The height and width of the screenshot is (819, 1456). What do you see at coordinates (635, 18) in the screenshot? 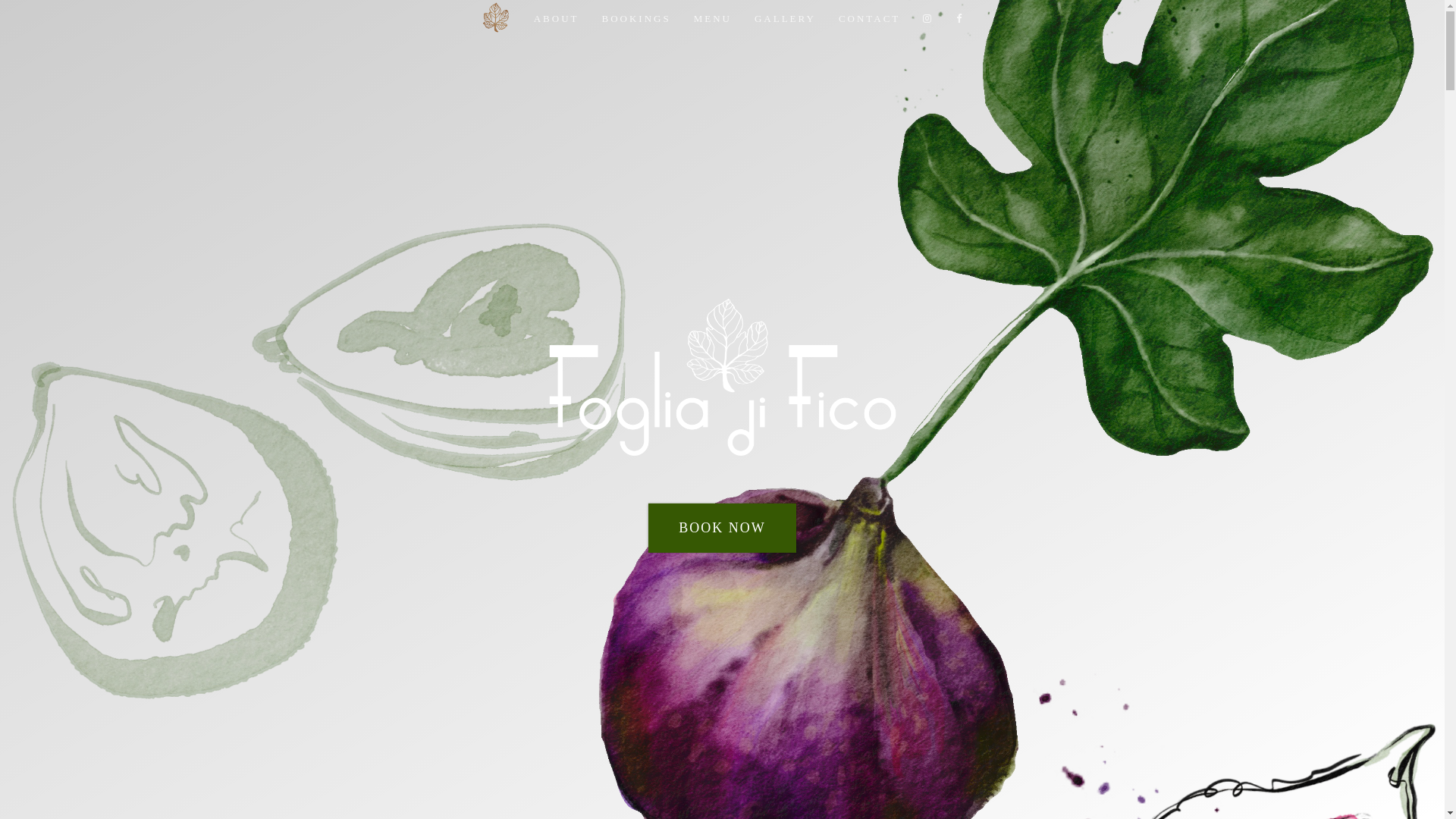
I see `'BOOKINGS'` at bounding box center [635, 18].